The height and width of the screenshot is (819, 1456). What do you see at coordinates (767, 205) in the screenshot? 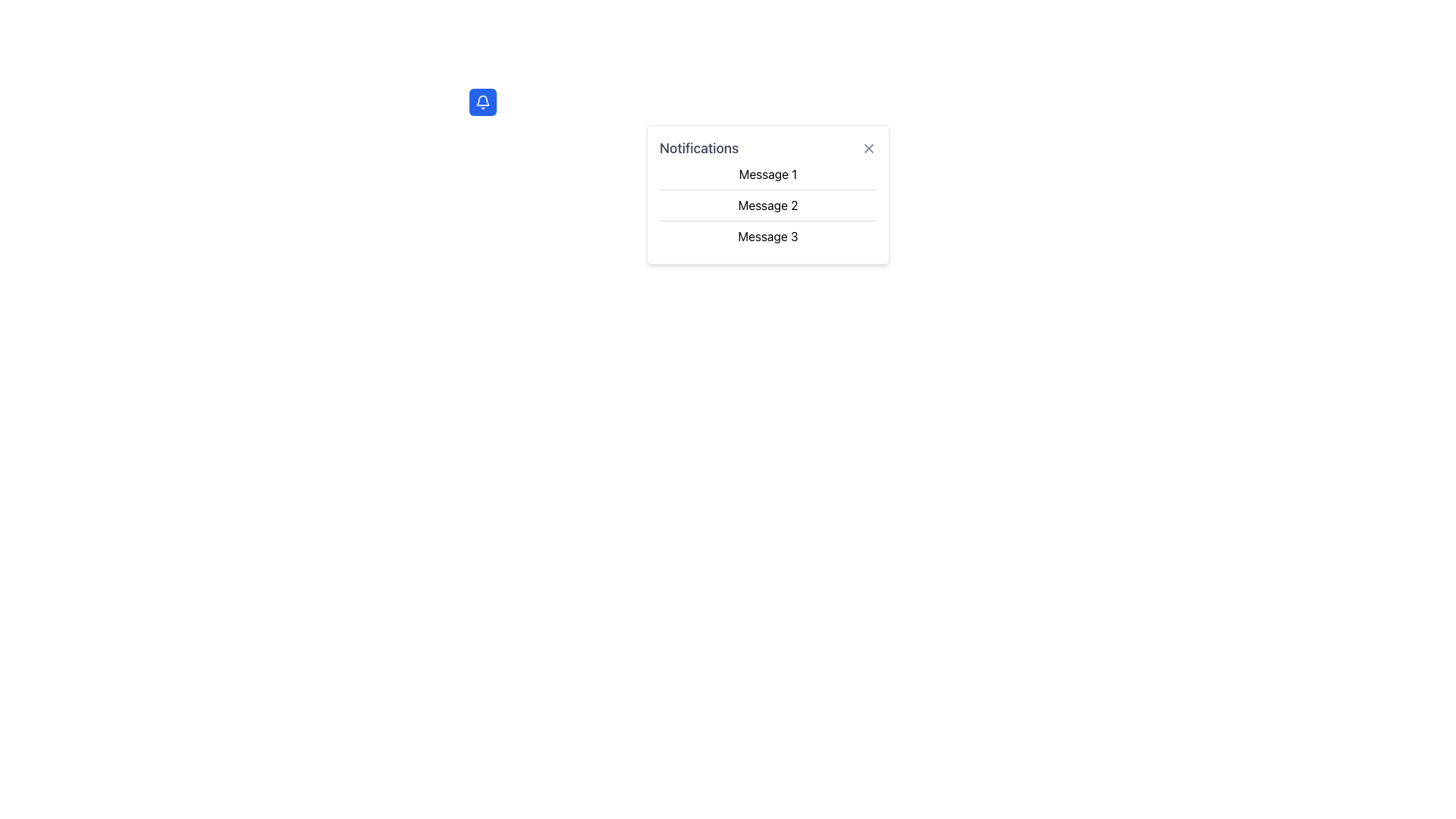
I see `the second message item in the notification list, which is represented as a non-interactive text label` at bounding box center [767, 205].